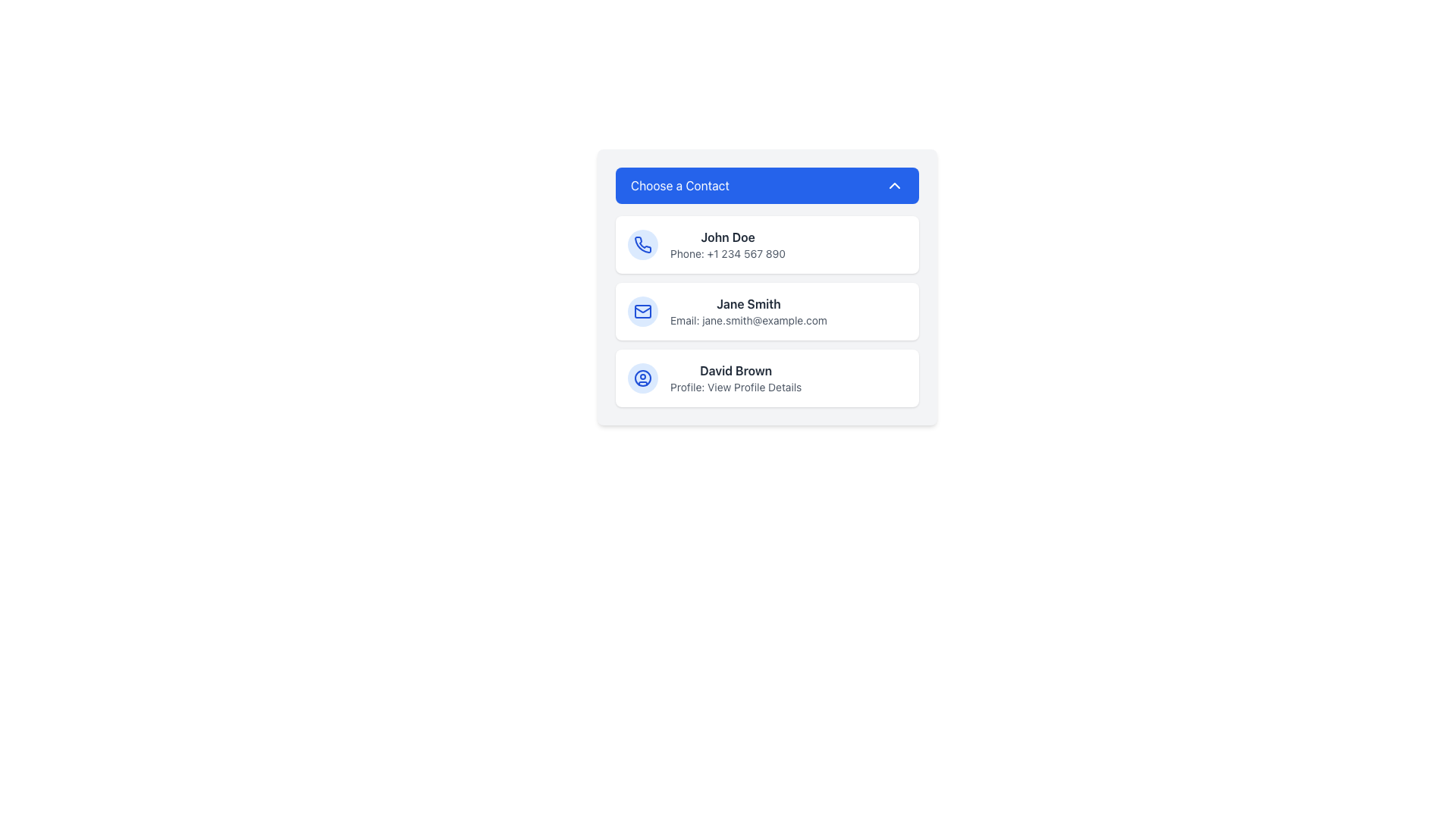 The image size is (1456, 819). I want to click on the blue bordered phone icon representing a contact, located to the left of 'John Doe' in the contact list to interact with it, so click(643, 244).